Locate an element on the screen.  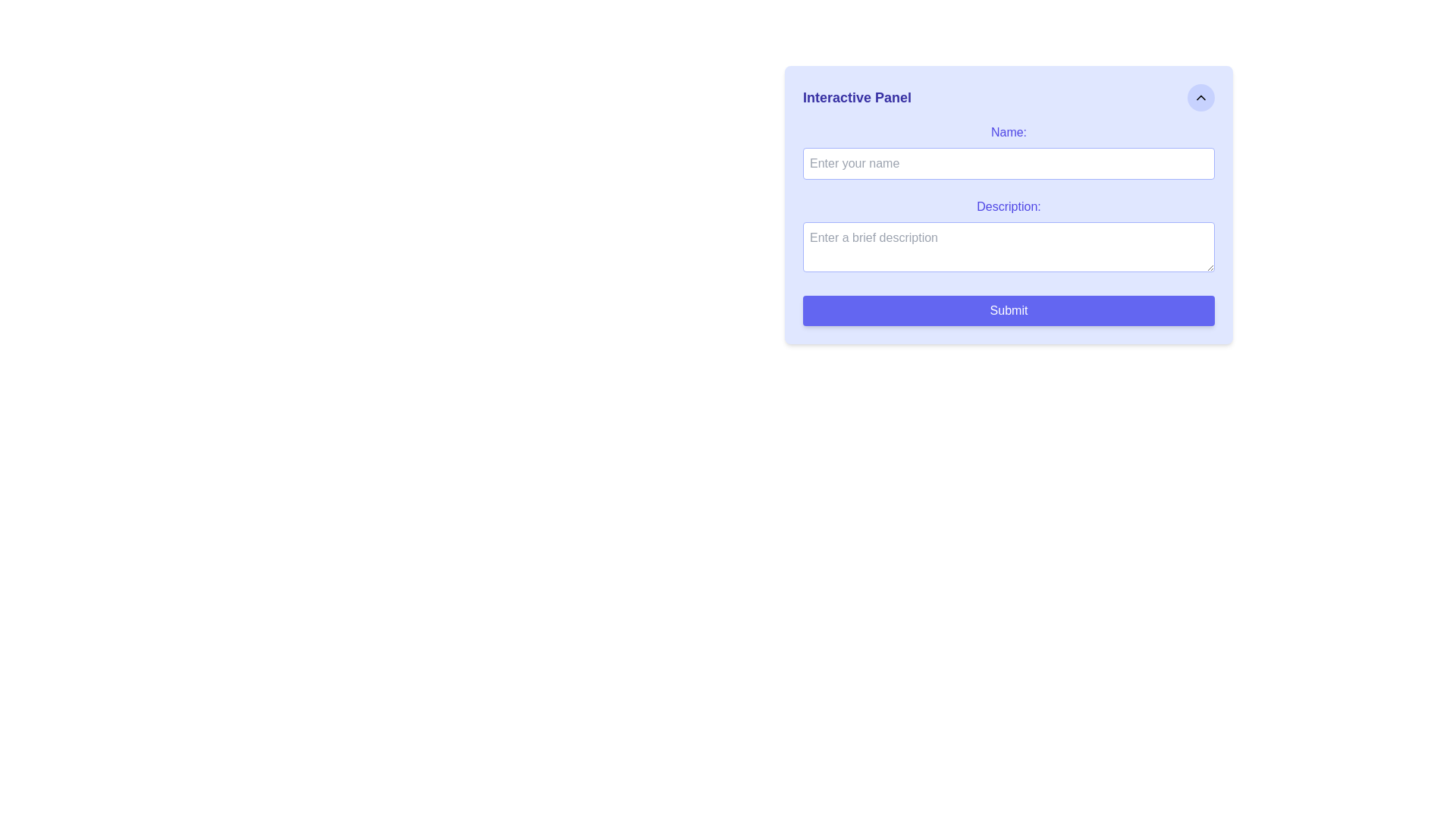
the 'Submit' button with blue background and white text is located at coordinates (1009, 309).